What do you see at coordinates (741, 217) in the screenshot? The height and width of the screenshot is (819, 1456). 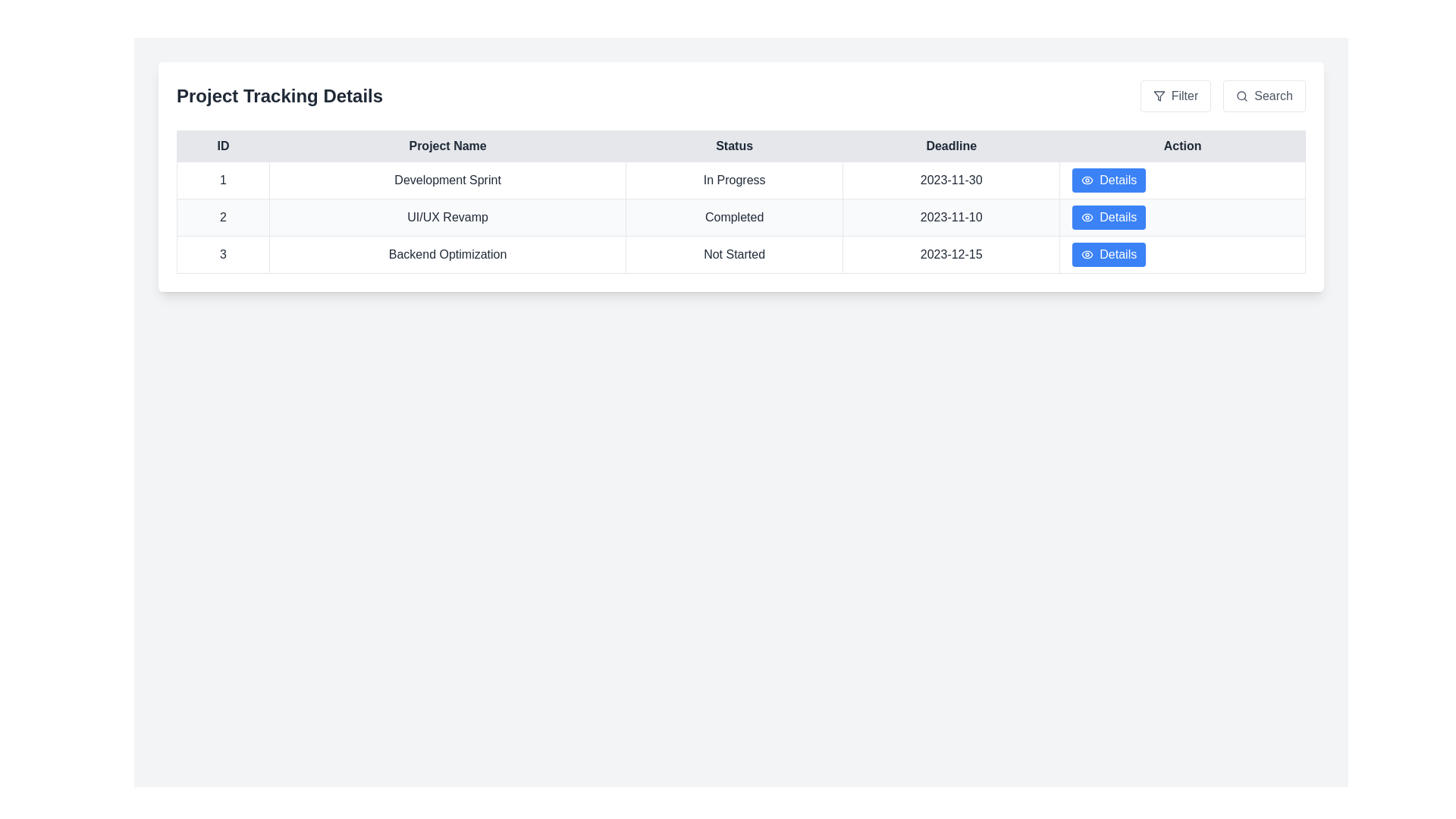 I see `the second row of the table that displays details about the 'UI/UX Revamp' project` at bounding box center [741, 217].